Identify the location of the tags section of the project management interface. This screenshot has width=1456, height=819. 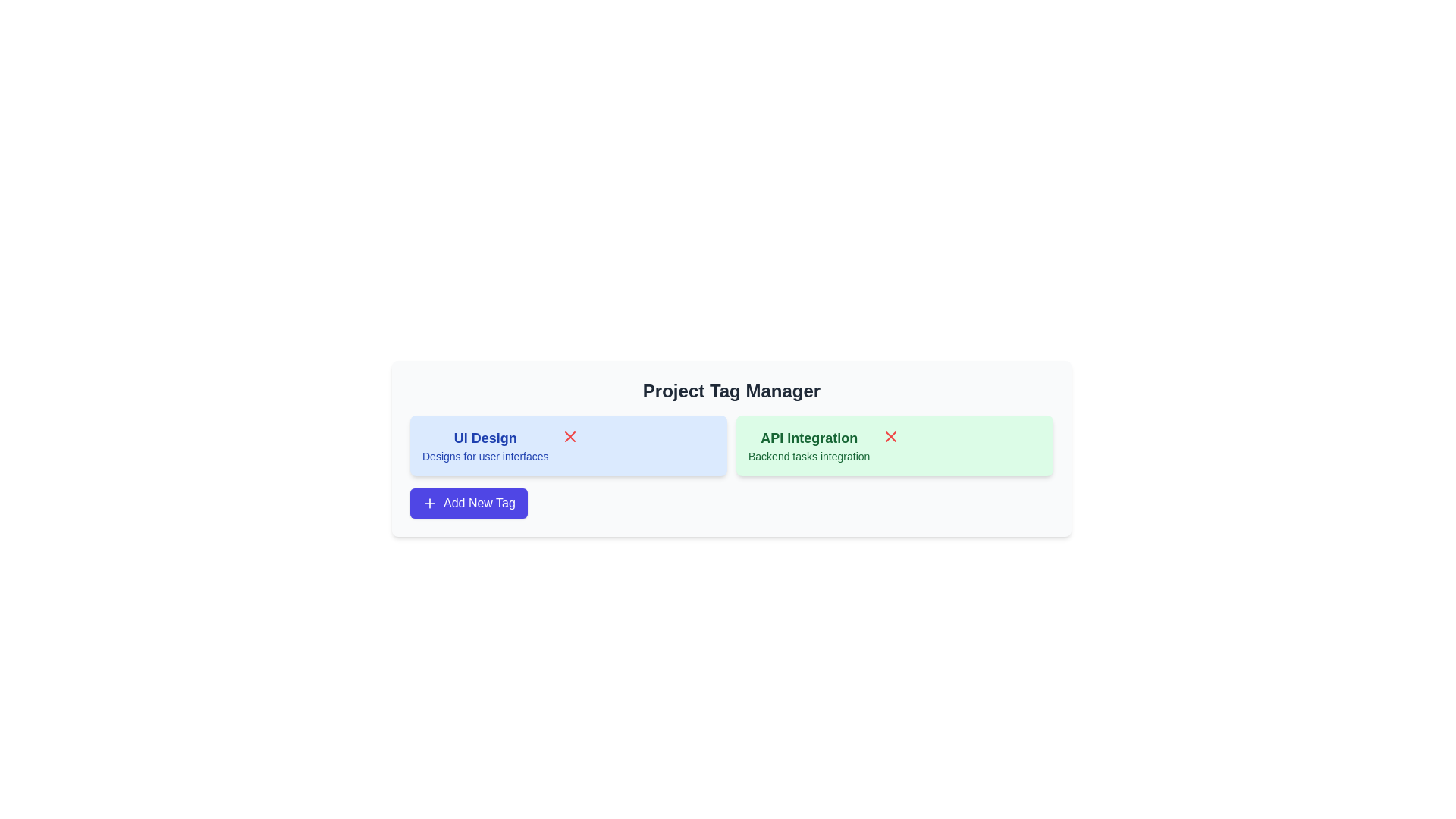
(731, 447).